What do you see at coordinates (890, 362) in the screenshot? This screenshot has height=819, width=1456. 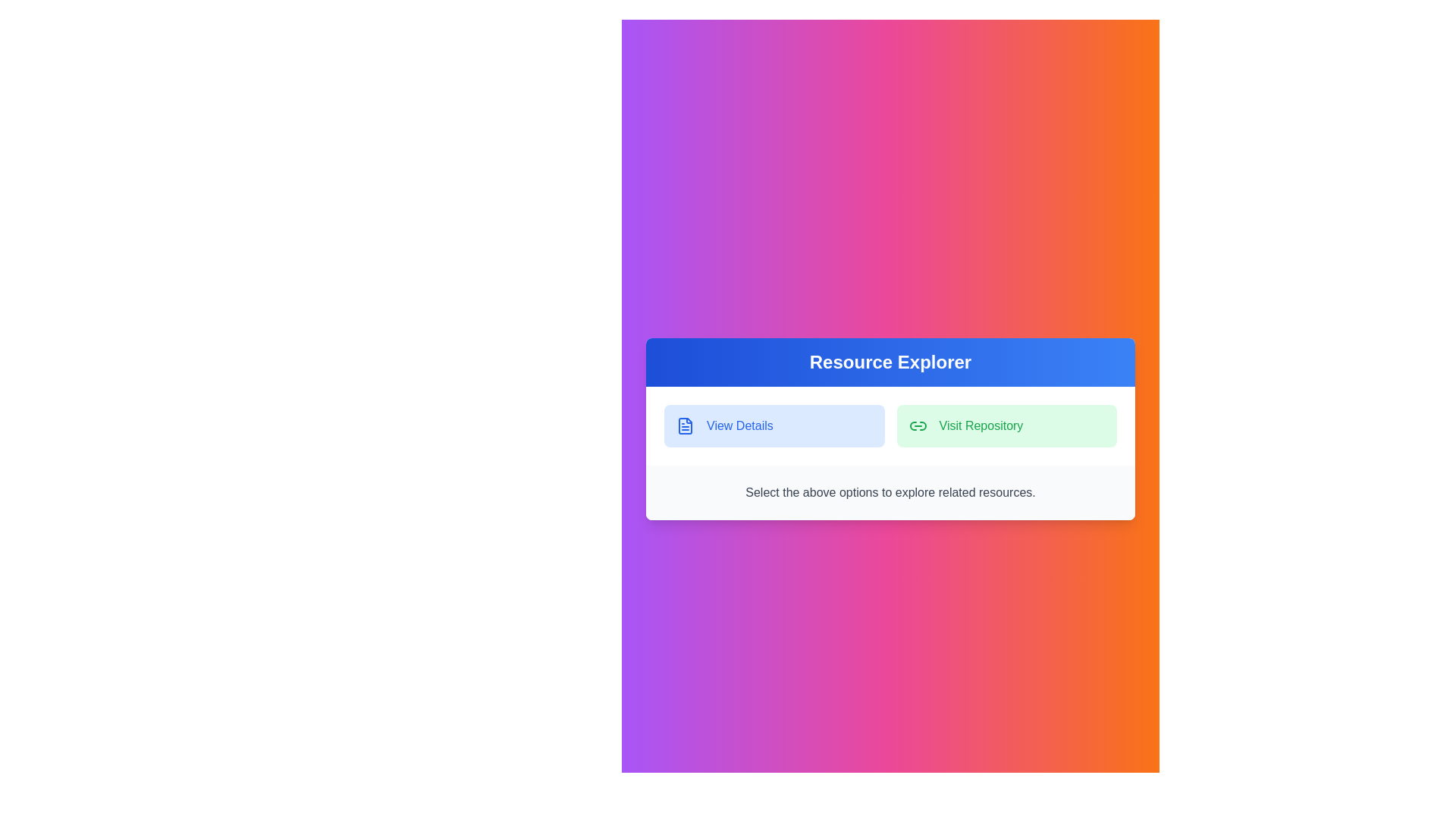 I see `the static header titled 'Resource Explorer', which is prominently displayed in white against a blue gradient background and styled in bold font` at bounding box center [890, 362].